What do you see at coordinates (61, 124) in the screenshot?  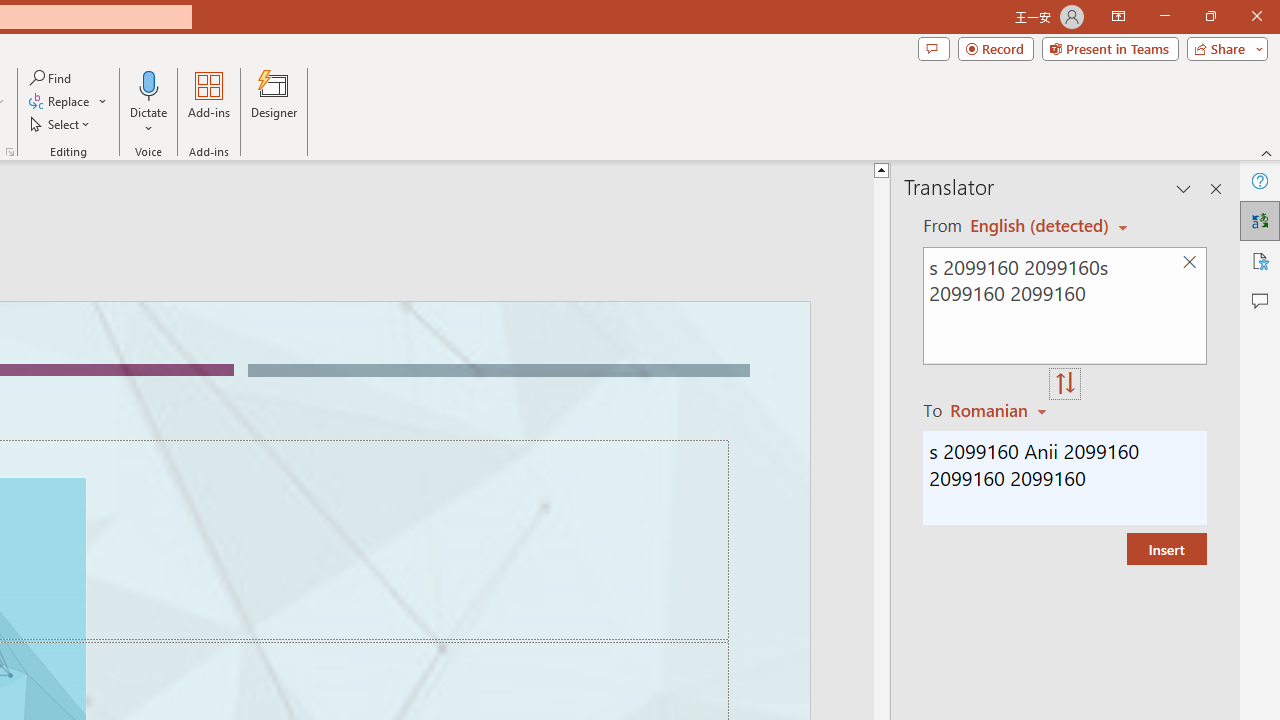 I see `'Select'` at bounding box center [61, 124].